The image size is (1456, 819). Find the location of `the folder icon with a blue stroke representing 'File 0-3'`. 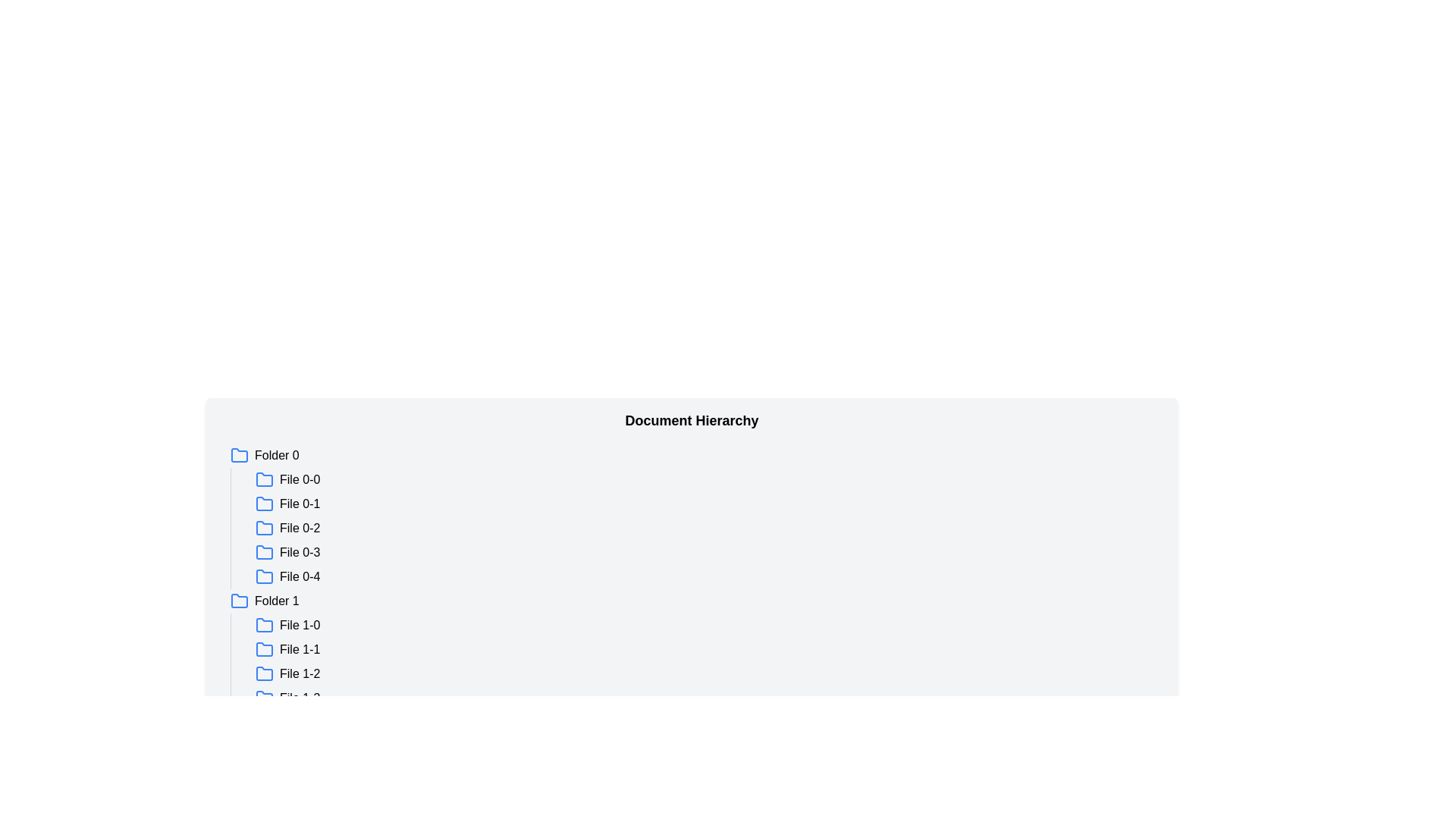

the folder icon with a blue stroke representing 'File 0-3' is located at coordinates (265, 553).